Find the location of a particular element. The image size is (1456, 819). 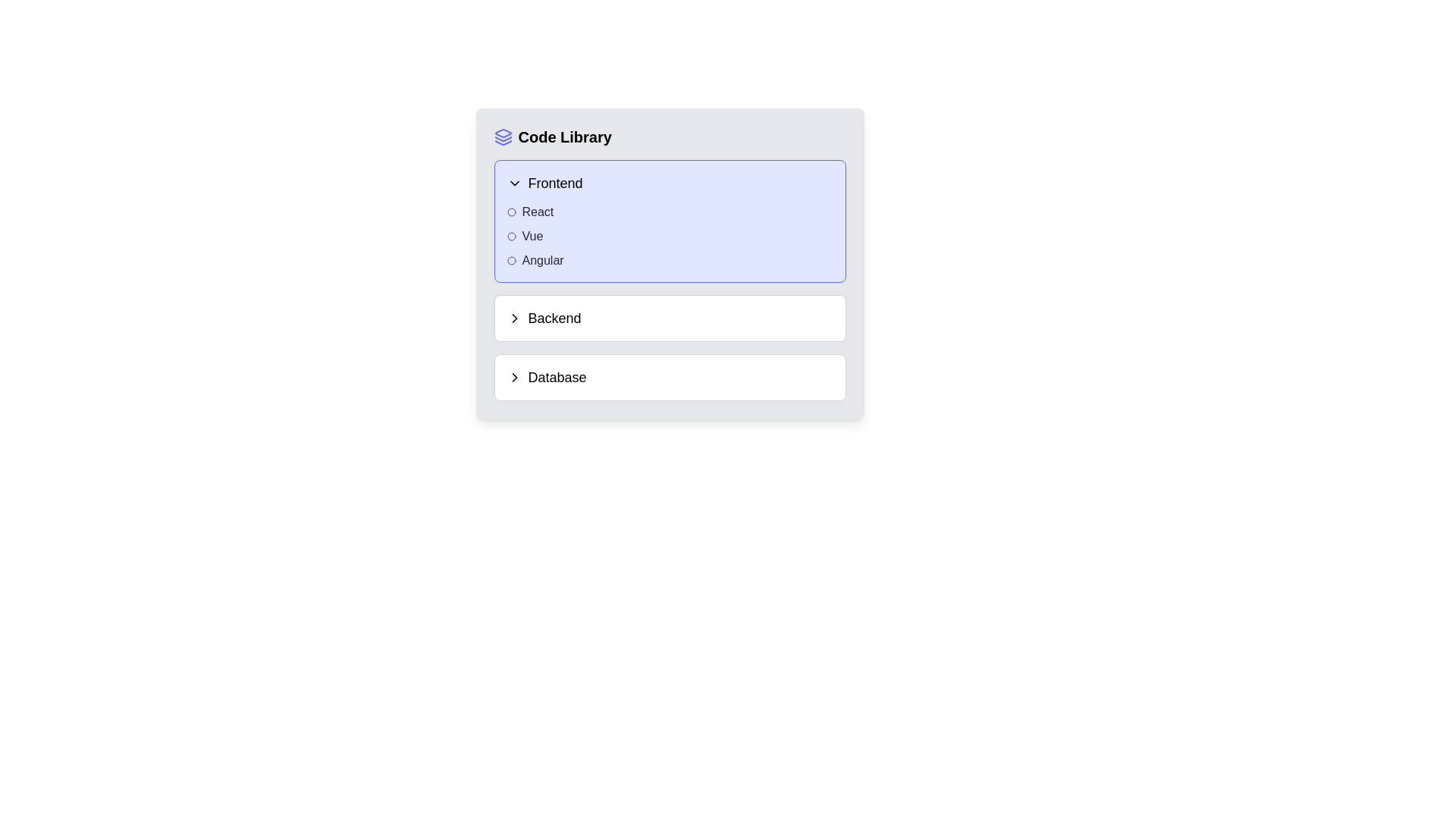

the categorized list item titled 'Frontend' is located at coordinates (669, 221).